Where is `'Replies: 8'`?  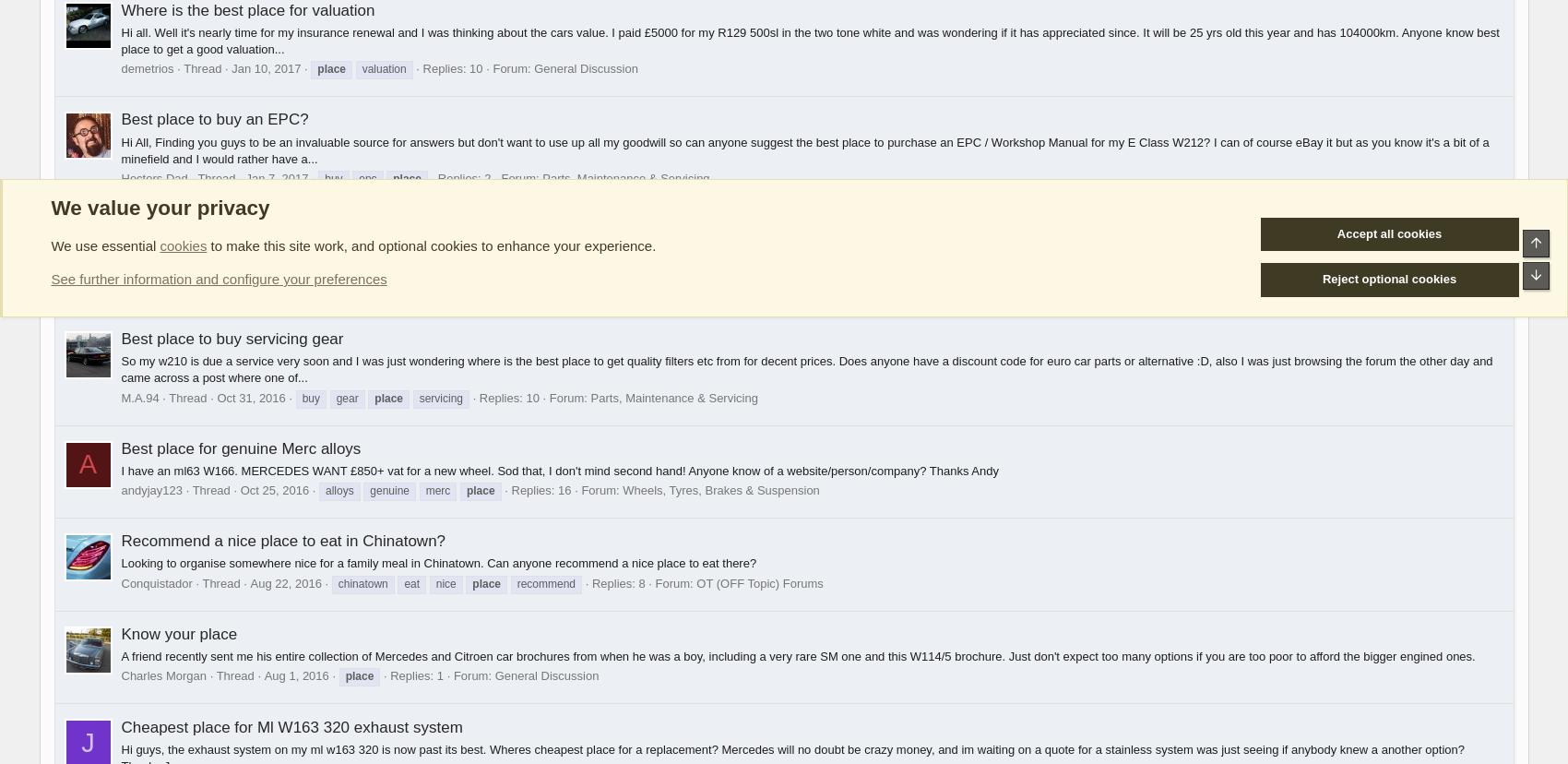 'Replies: 8' is located at coordinates (617, 582).